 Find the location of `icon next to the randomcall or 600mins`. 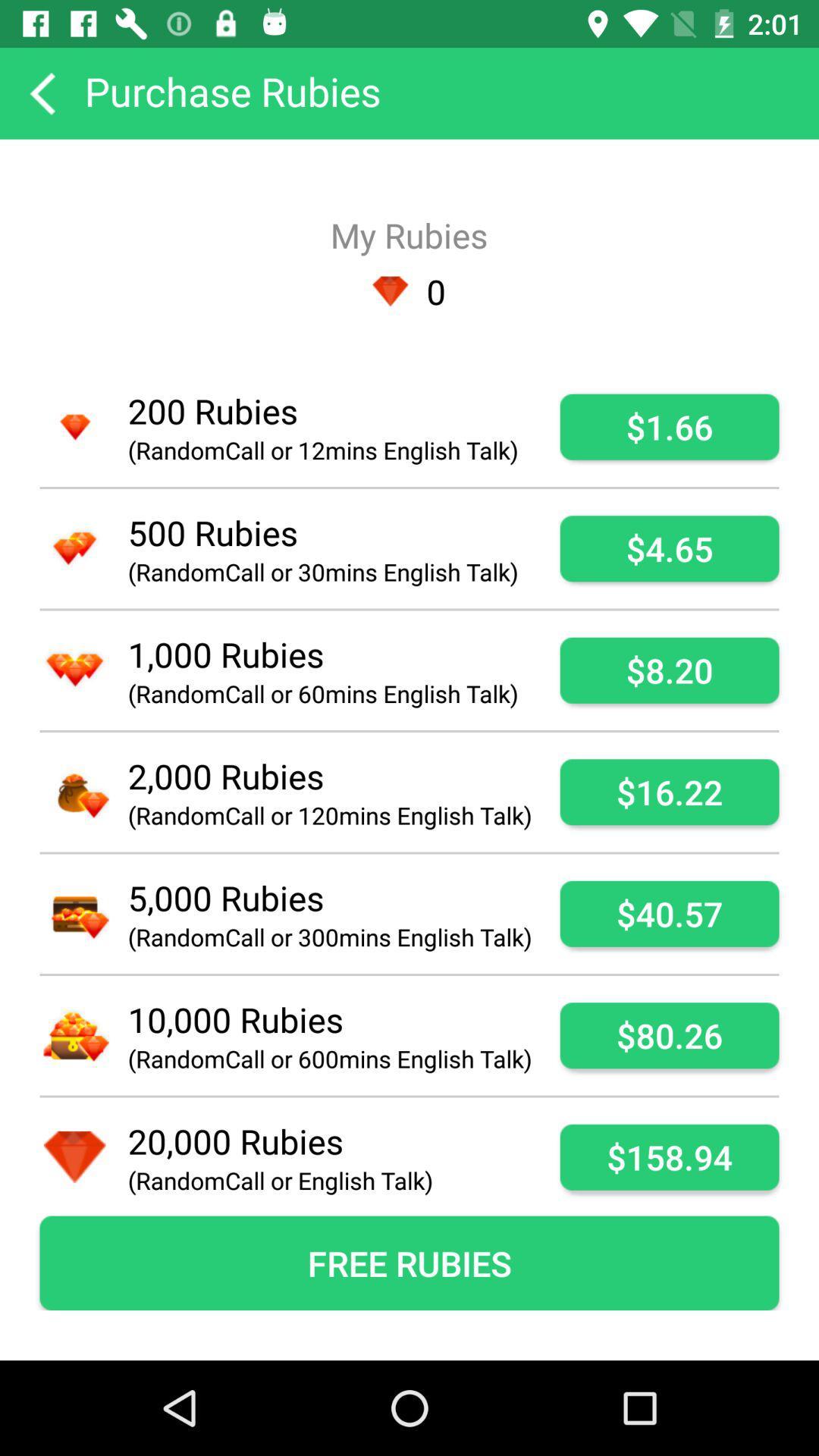

icon next to the randomcall or 600mins is located at coordinates (669, 1034).